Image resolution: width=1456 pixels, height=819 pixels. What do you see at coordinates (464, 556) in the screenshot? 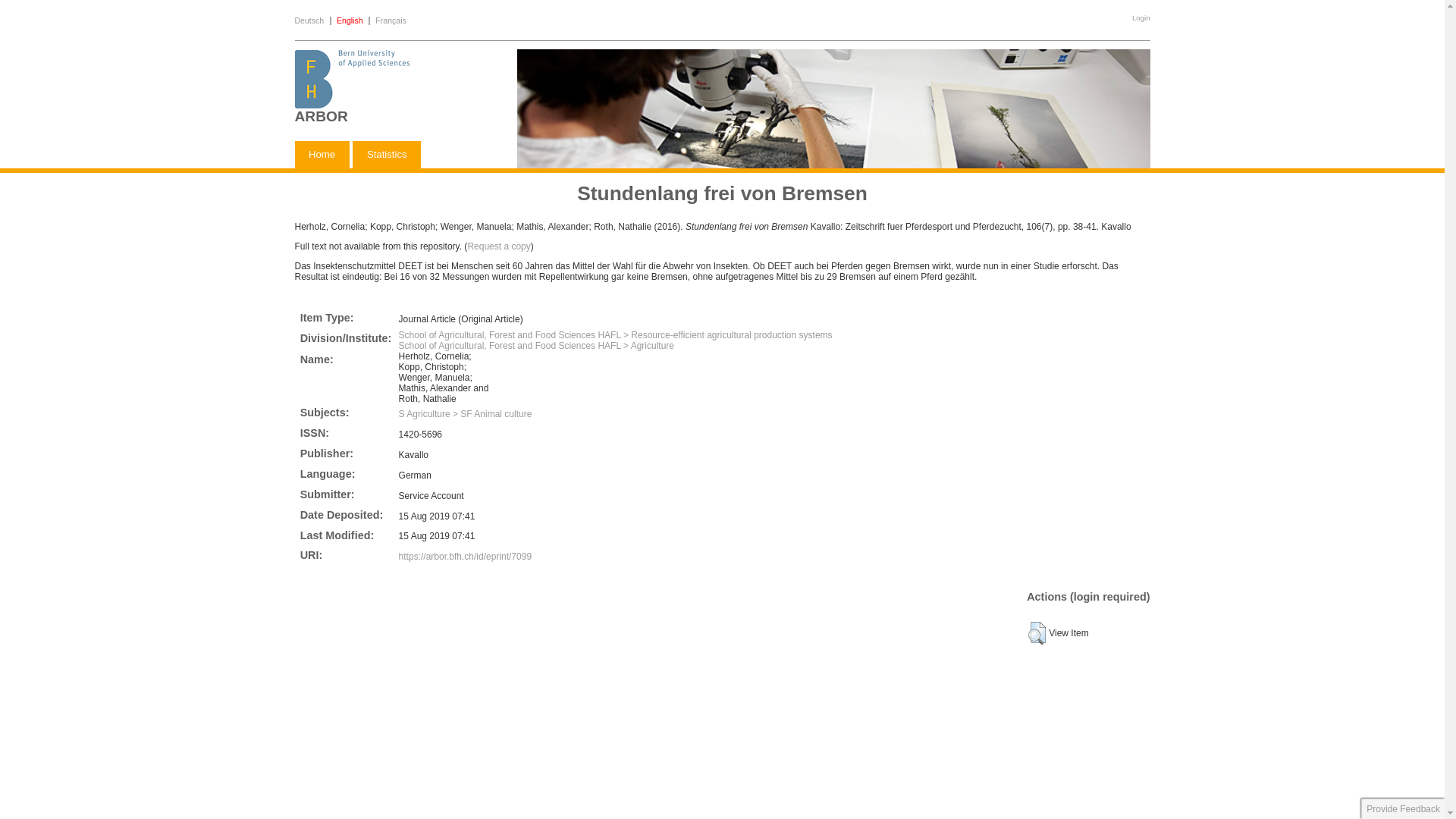
I see `'https://arbor.bfh.ch/id/eprint/7099'` at bounding box center [464, 556].